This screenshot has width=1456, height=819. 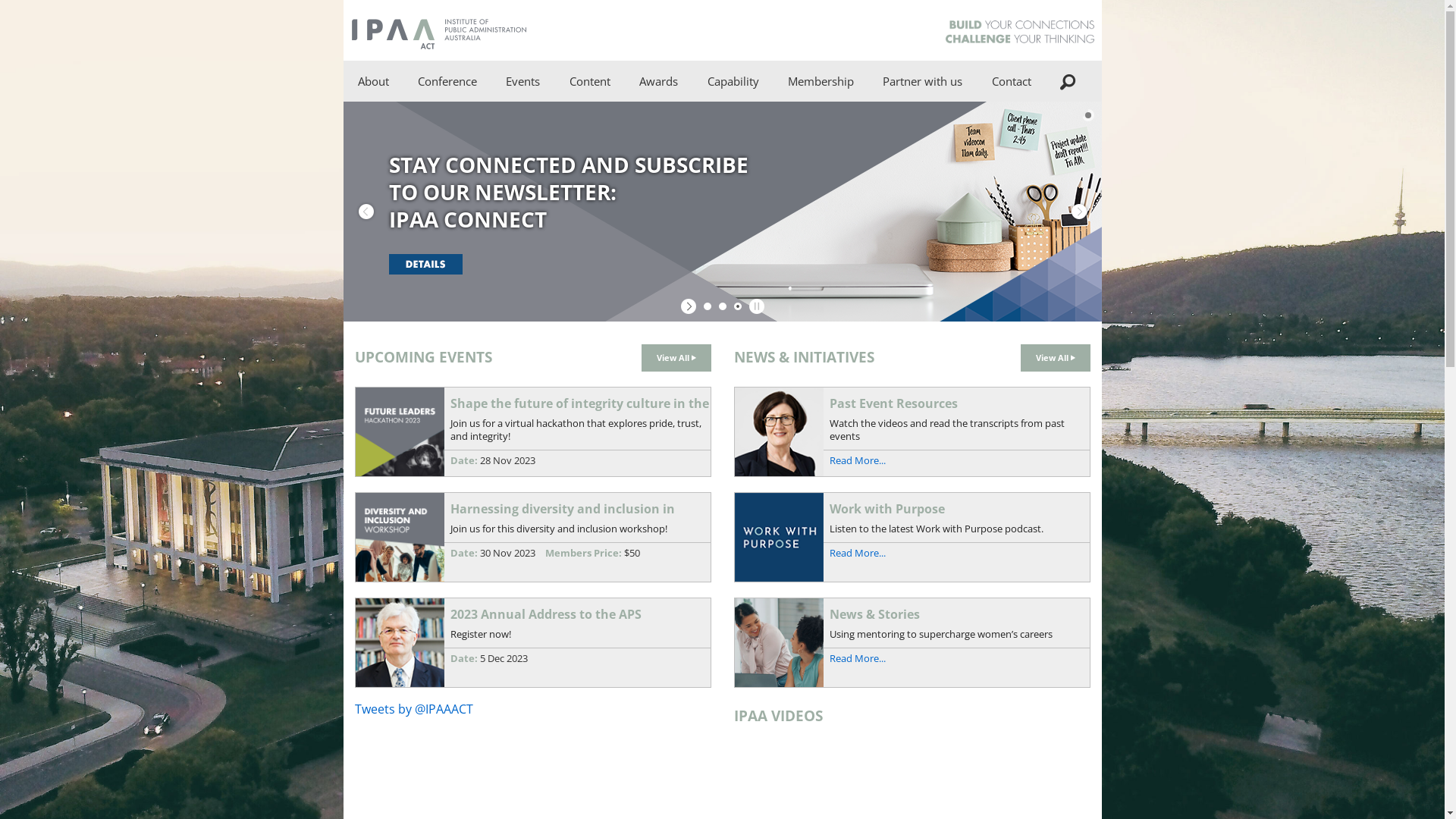 What do you see at coordinates (414, 708) in the screenshot?
I see `'Tweets by @IPAAACT'` at bounding box center [414, 708].